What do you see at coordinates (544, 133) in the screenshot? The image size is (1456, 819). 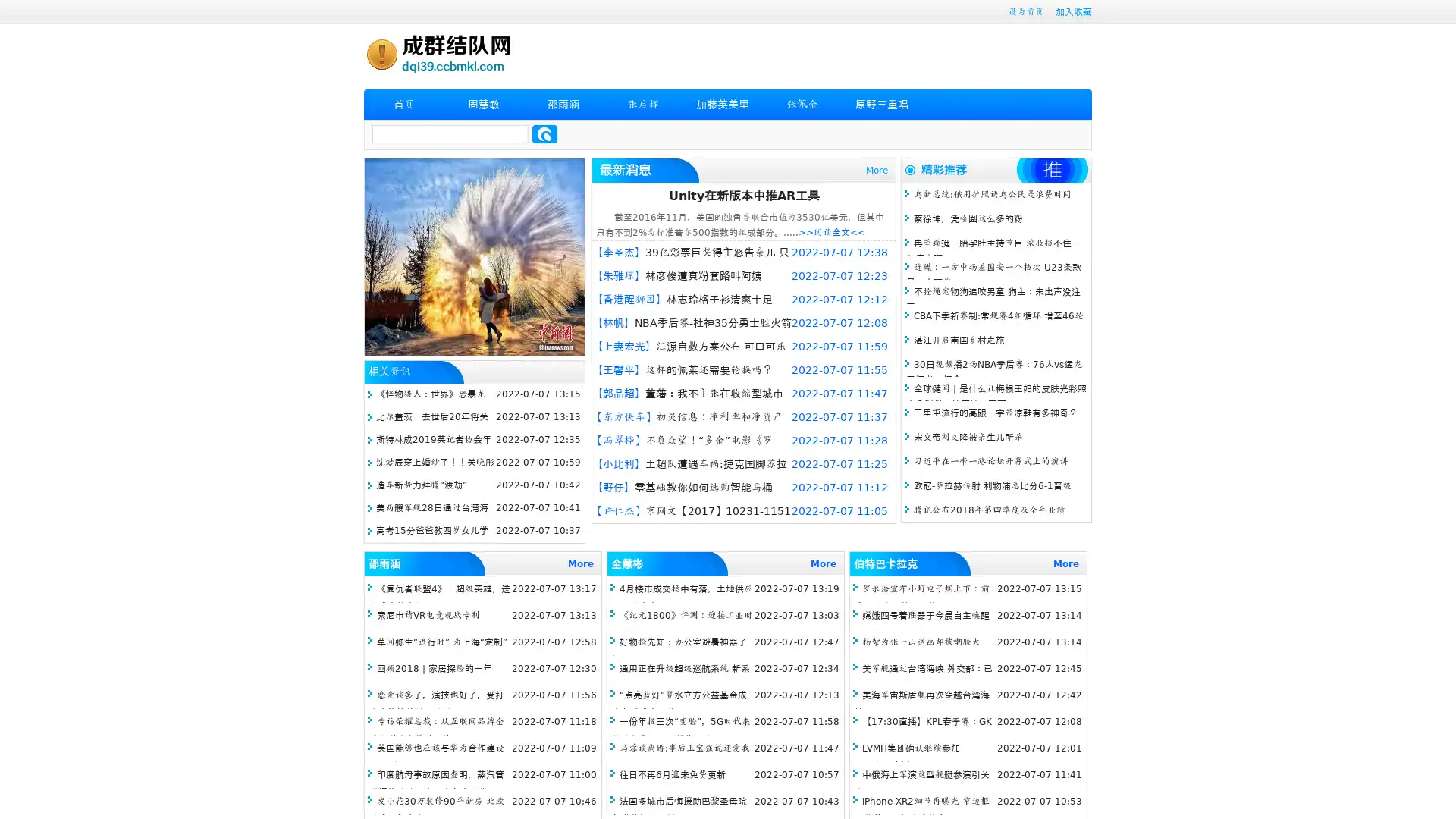 I see `Search` at bounding box center [544, 133].